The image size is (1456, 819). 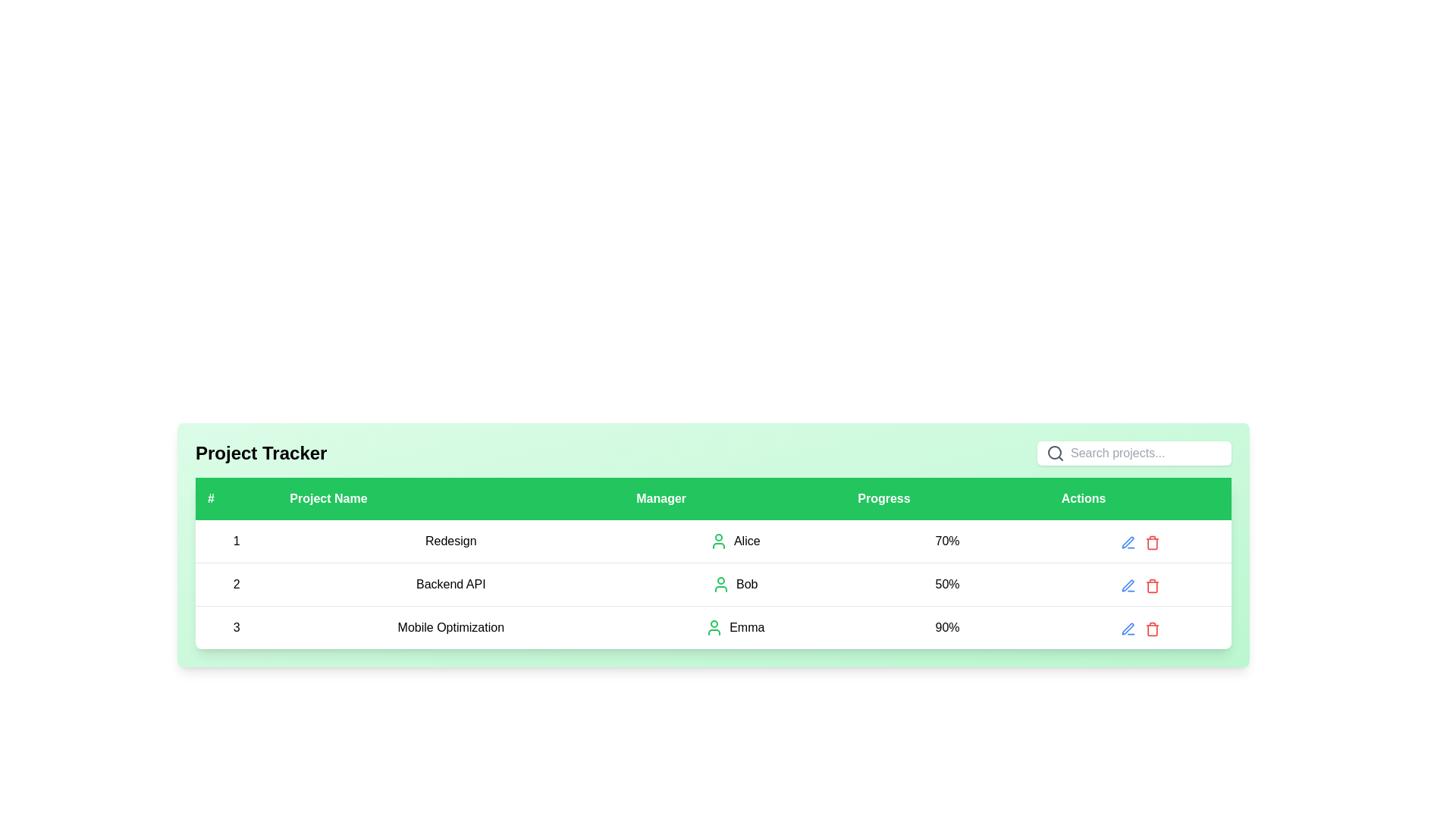 I want to click on the delete button represented by the red trash can SVG icon in the Actions column of the table row for the project 'Mobile Optimization', so click(x=1152, y=543).